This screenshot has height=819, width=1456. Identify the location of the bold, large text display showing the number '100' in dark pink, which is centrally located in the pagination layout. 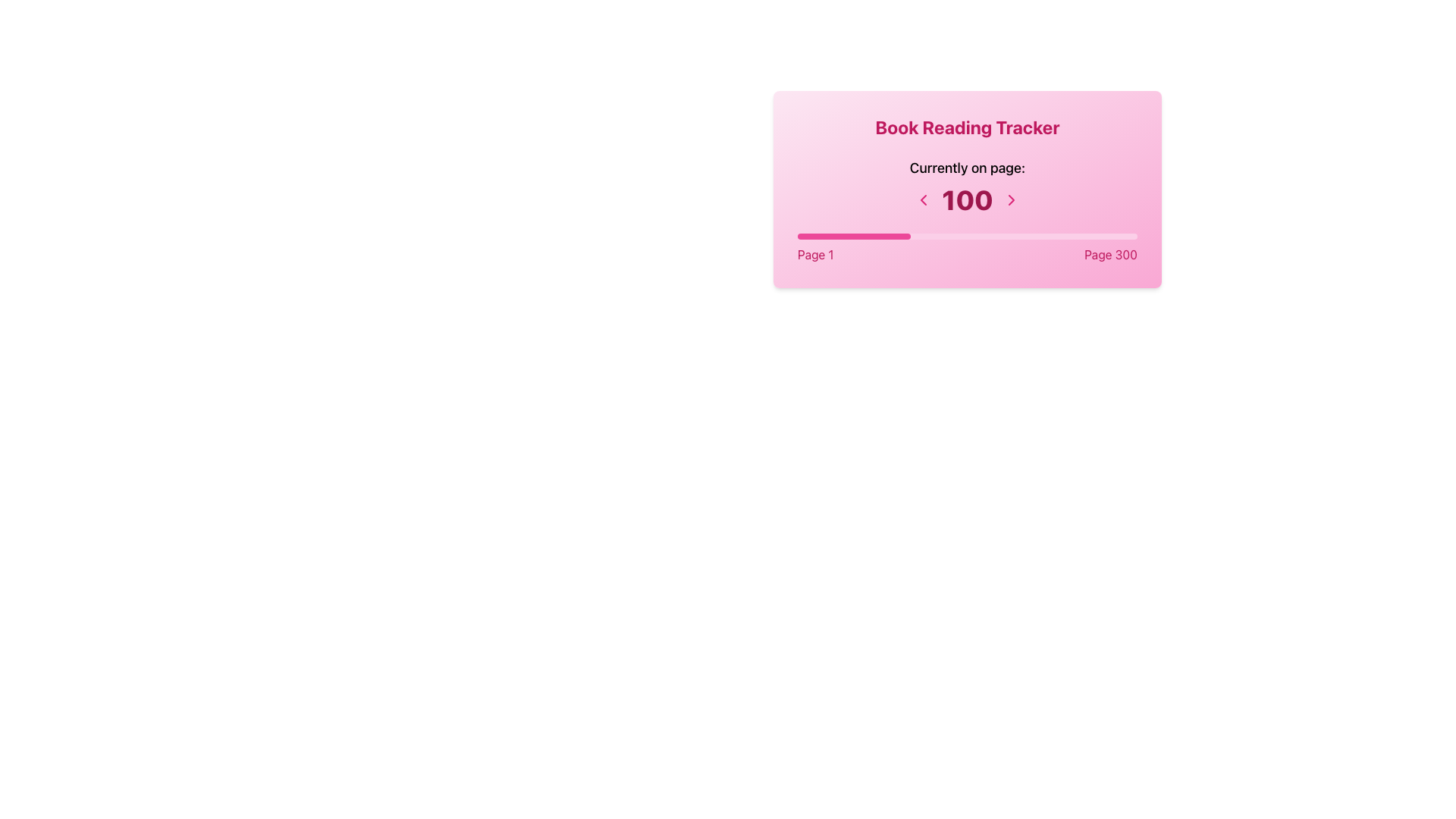
(967, 199).